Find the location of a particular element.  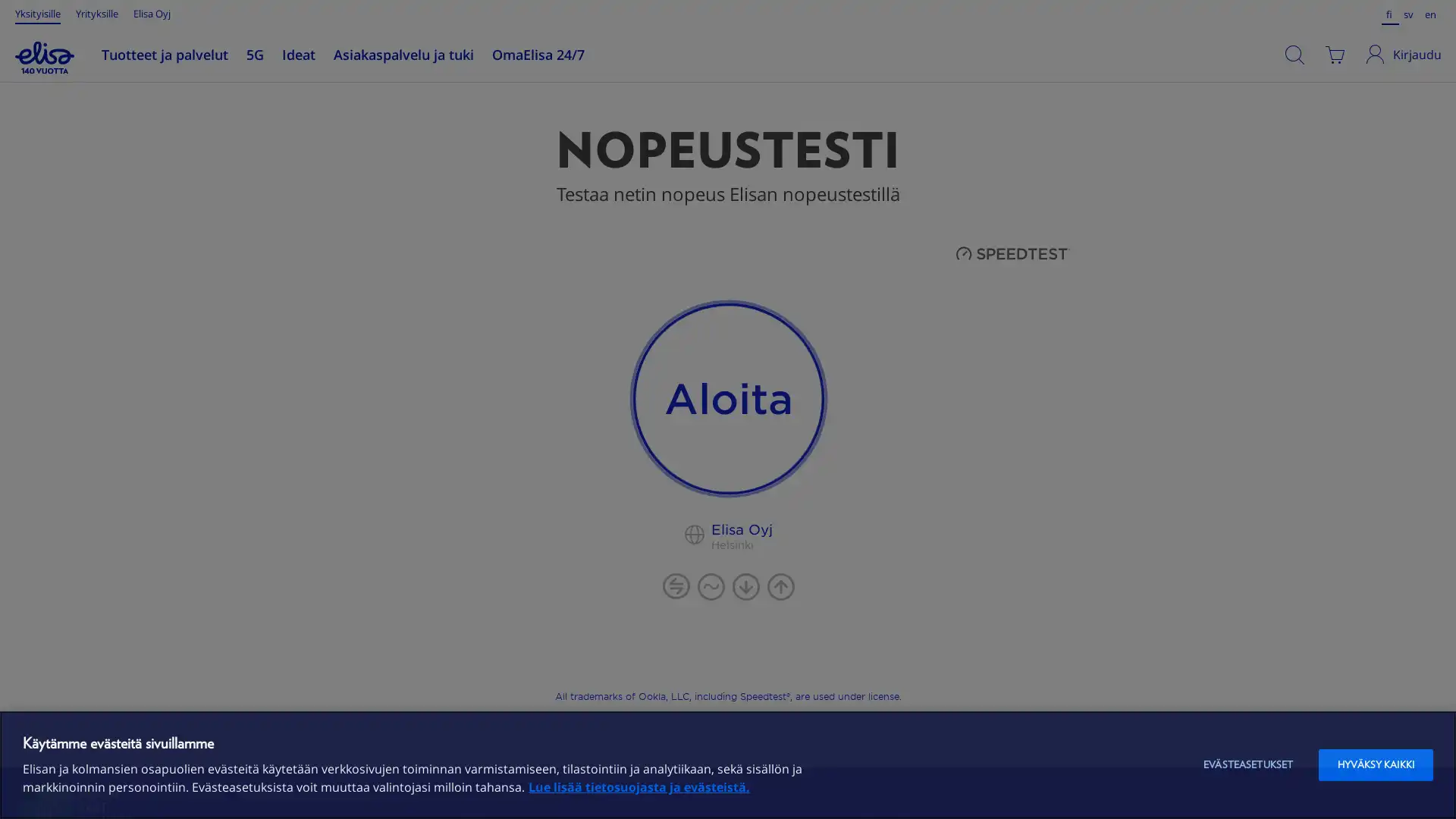

HYVAKSY KAIKKI is located at coordinates (1376, 765).